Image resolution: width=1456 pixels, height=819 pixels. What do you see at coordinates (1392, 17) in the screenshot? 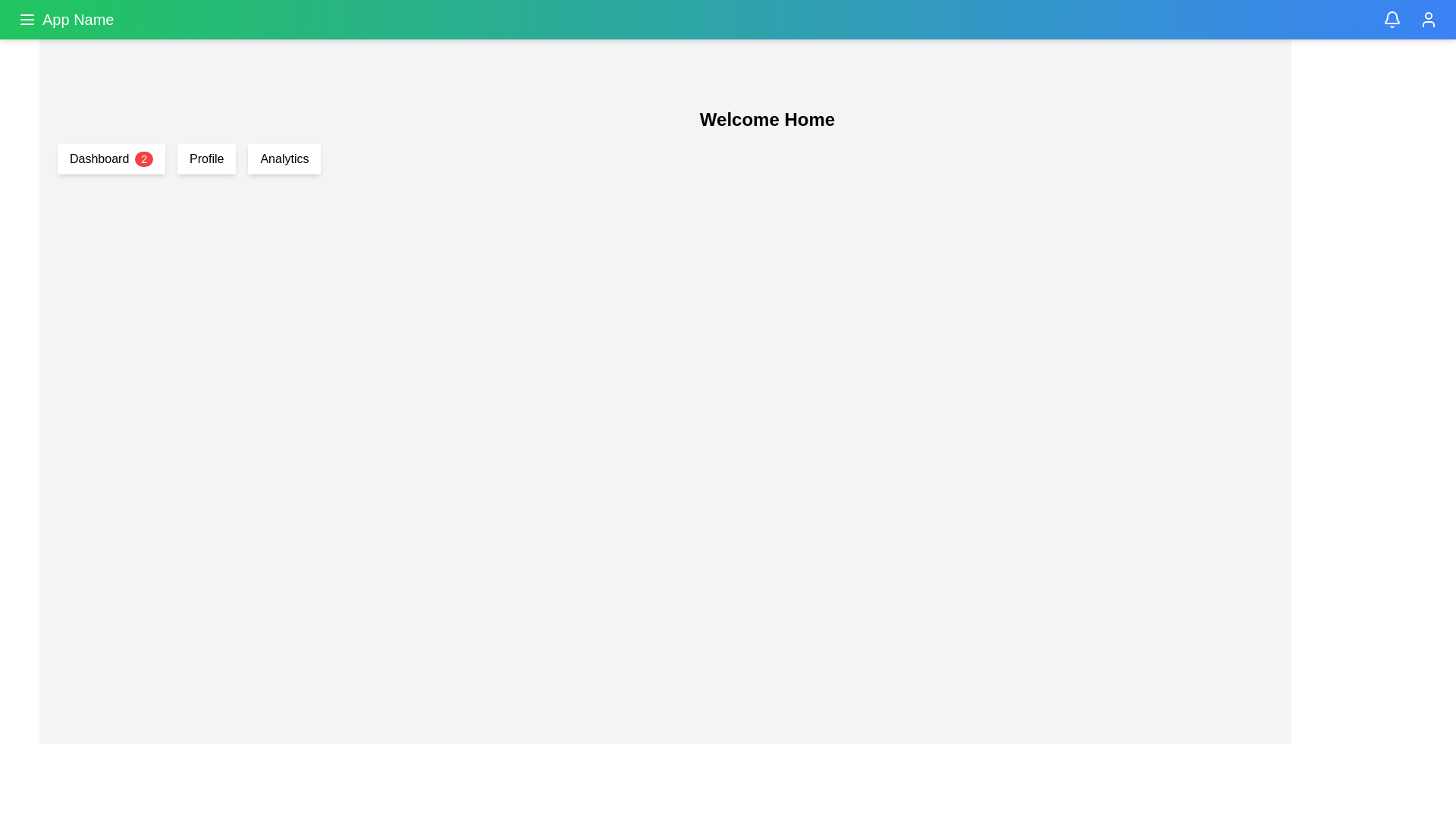
I see `the decorative vector graphic component that serves as part of the notification icon, located just below the top navigation bar and adjacent to the profile icon` at bounding box center [1392, 17].